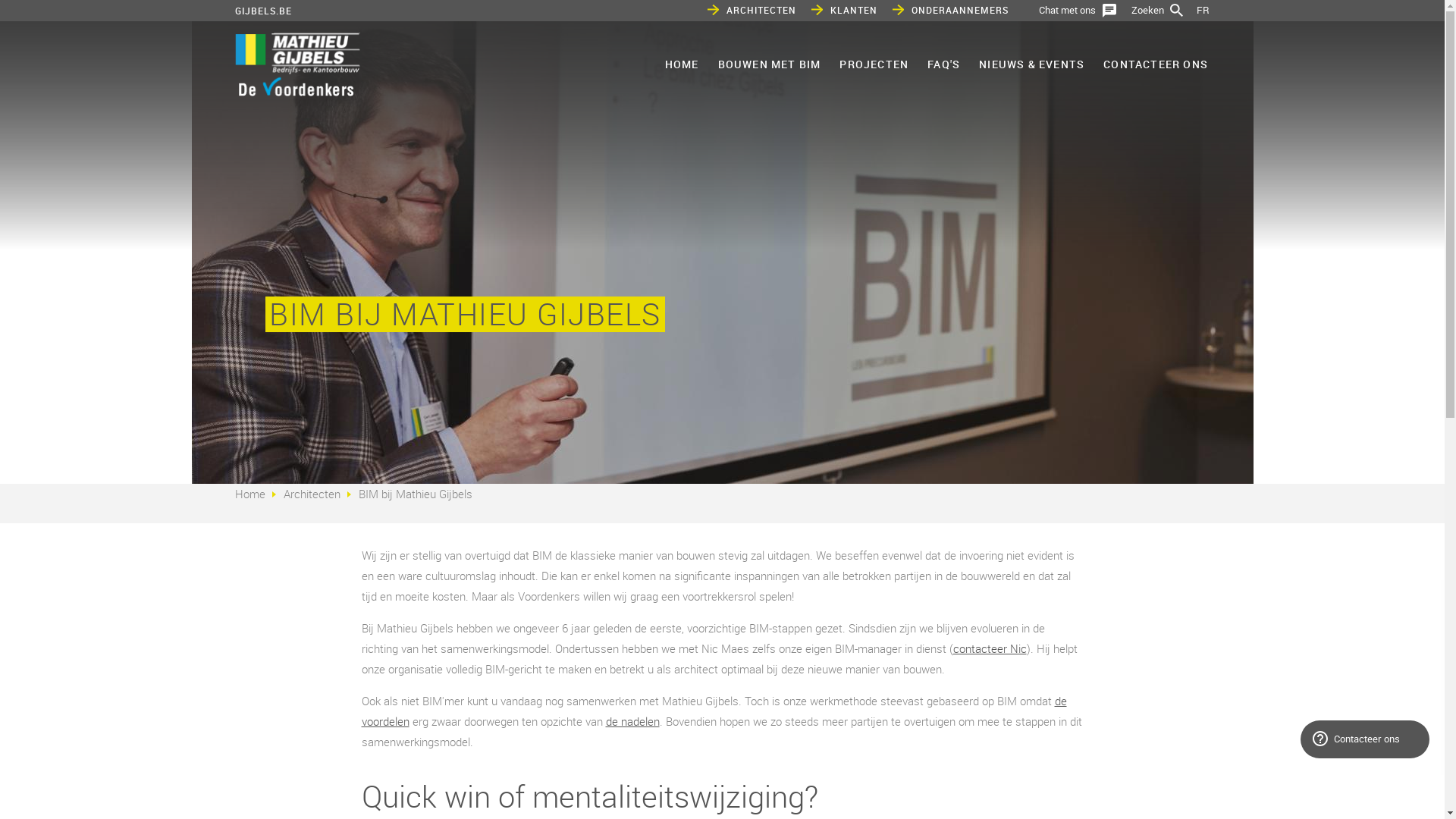  Describe the element at coordinates (752, 10) in the screenshot. I see `'ARCHITECTEN'` at that location.